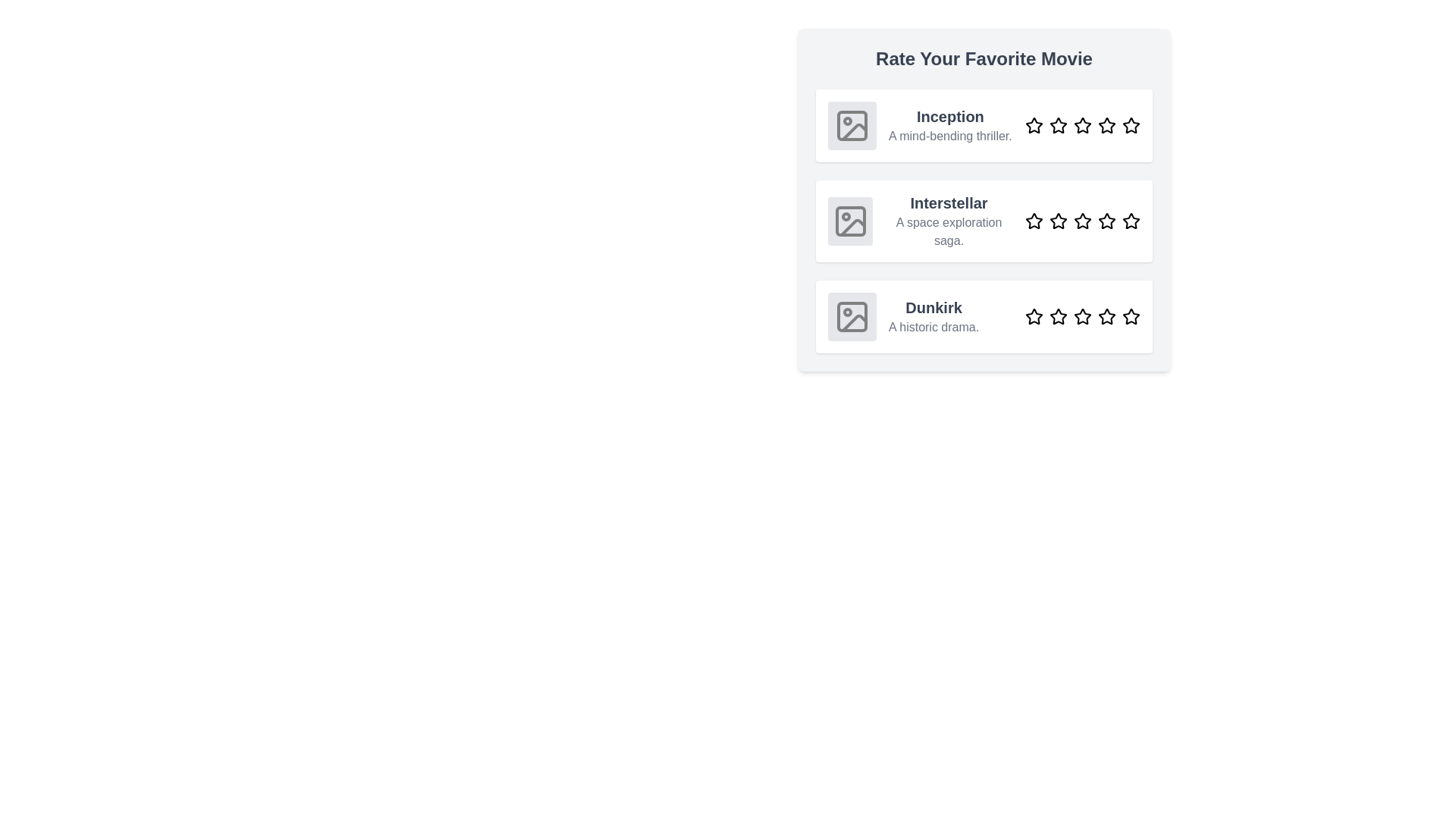  Describe the element at coordinates (948, 231) in the screenshot. I see `text label that serves as a subtitle or description for the movie title 'Interstellar', located below the title text and to the right of the image placeholder` at that location.